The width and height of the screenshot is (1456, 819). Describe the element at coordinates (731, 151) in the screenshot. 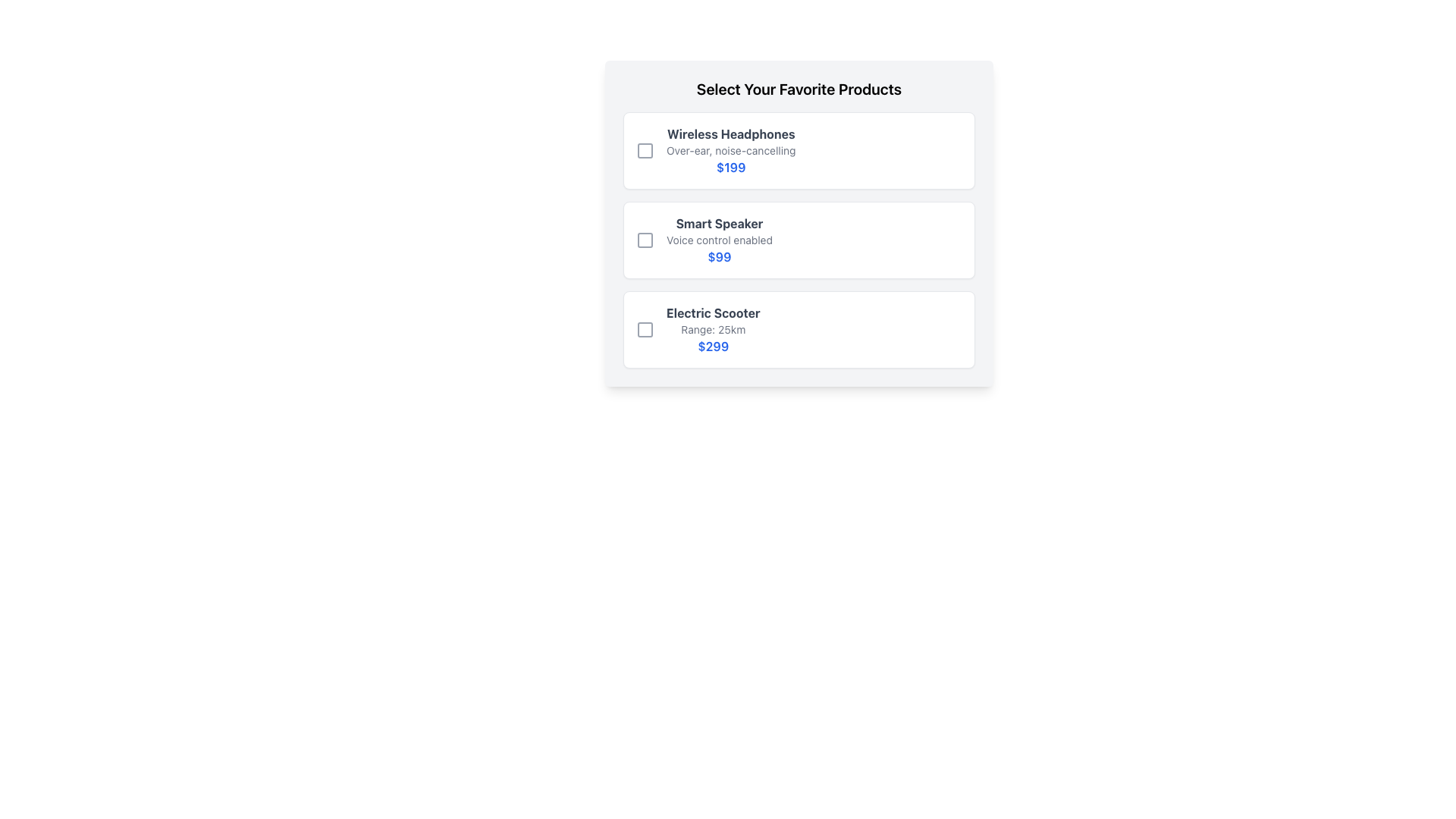

I see `the Text label that provides additional information about the product, positioned below 'Wireless Headphones' and above the price '$199'` at that location.